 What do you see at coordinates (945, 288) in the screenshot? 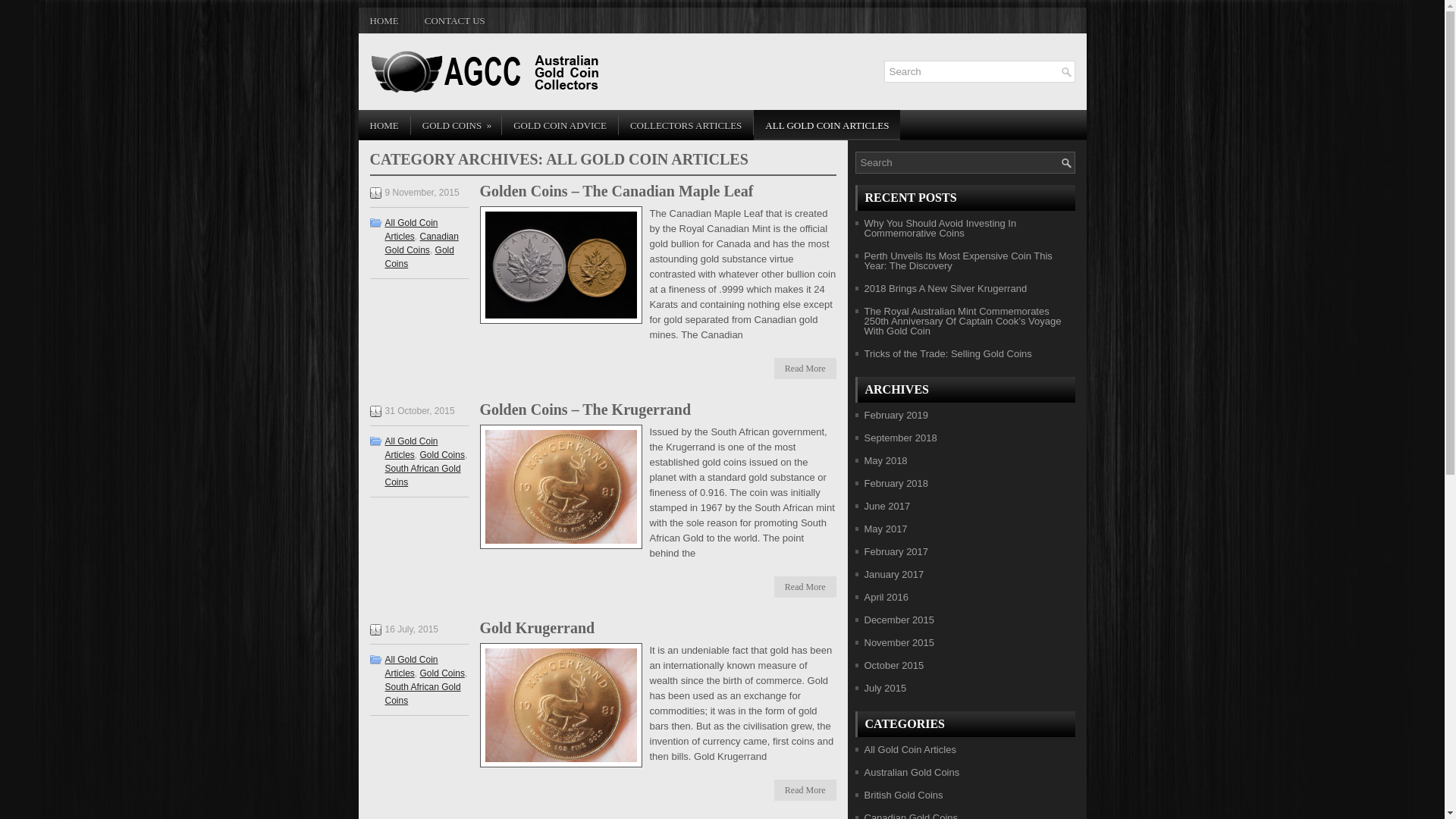
I see `'2018 Brings A New Silver Krugerrand'` at bounding box center [945, 288].